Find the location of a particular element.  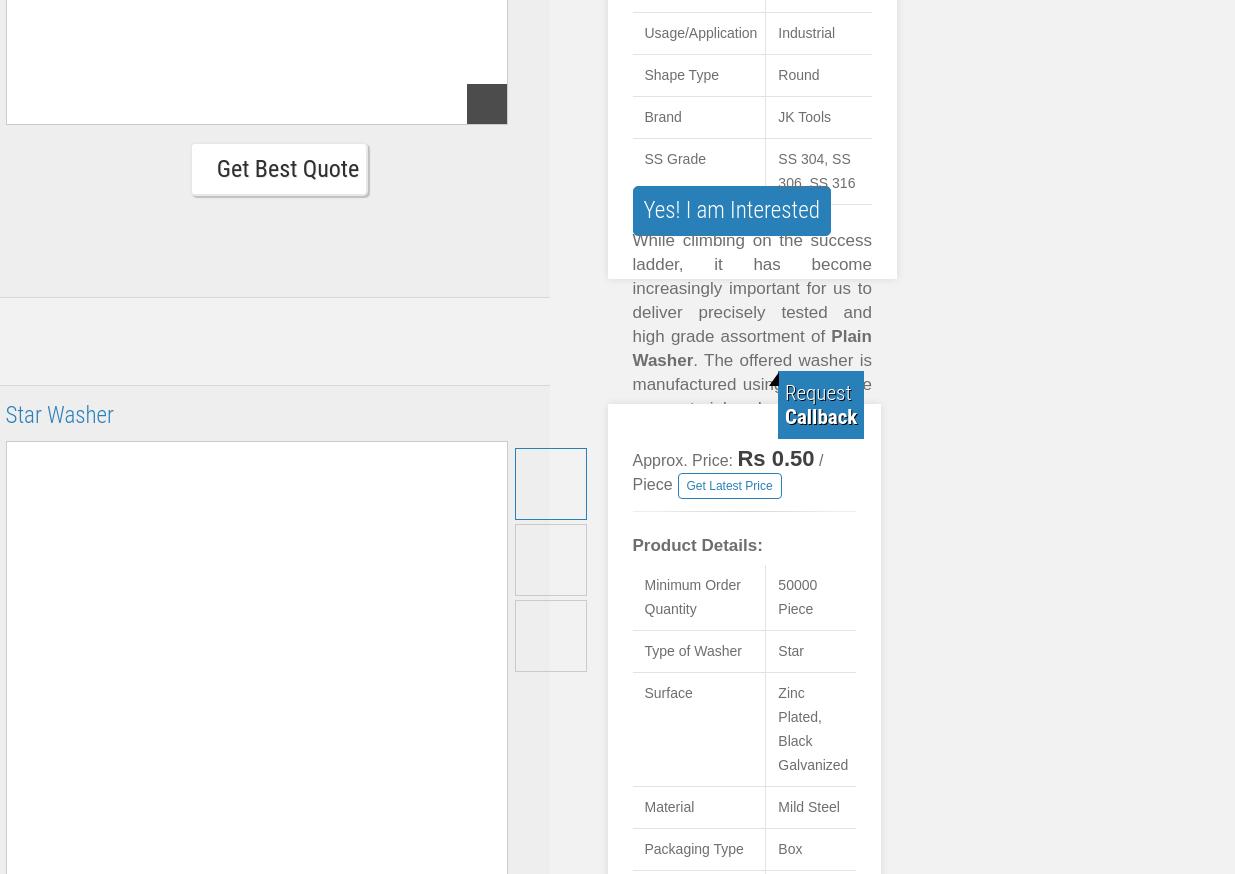

'SS 304, SS 306, SS 316' is located at coordinates (816, 170).